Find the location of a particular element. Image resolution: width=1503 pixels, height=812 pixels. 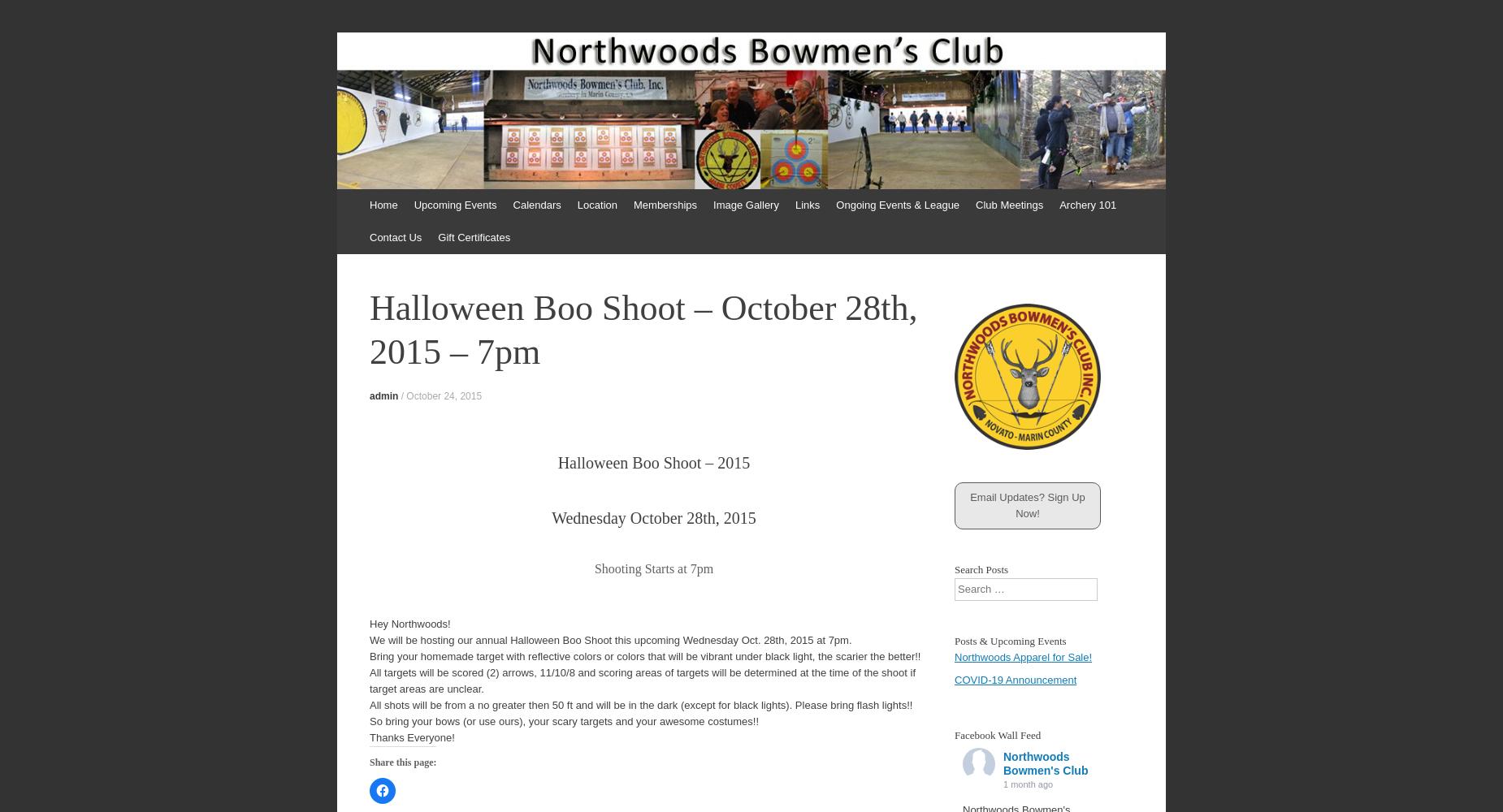

'Hey Northwoods!' is located at coordinates (409, 624).